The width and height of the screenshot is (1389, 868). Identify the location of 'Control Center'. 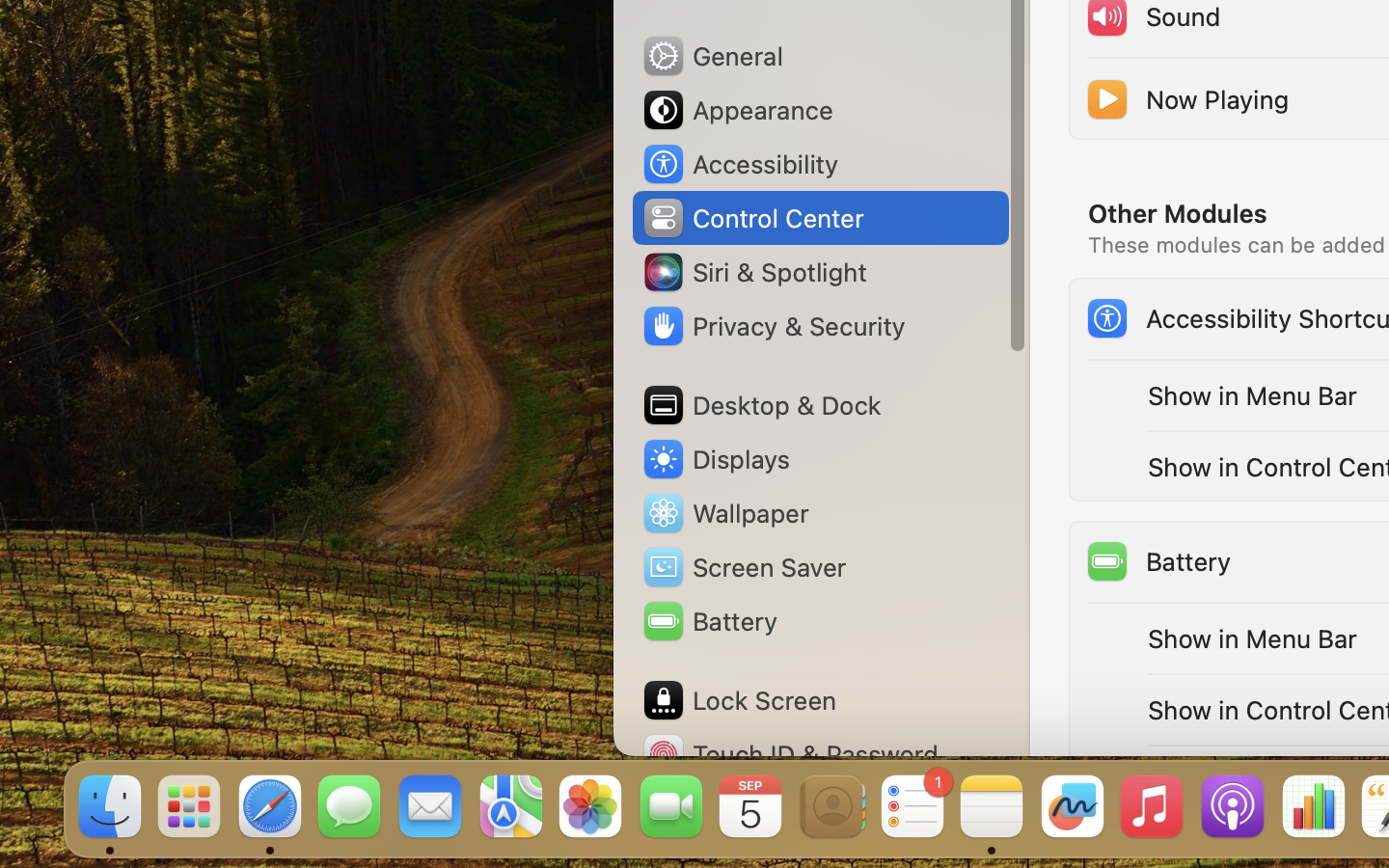
(751, 217).